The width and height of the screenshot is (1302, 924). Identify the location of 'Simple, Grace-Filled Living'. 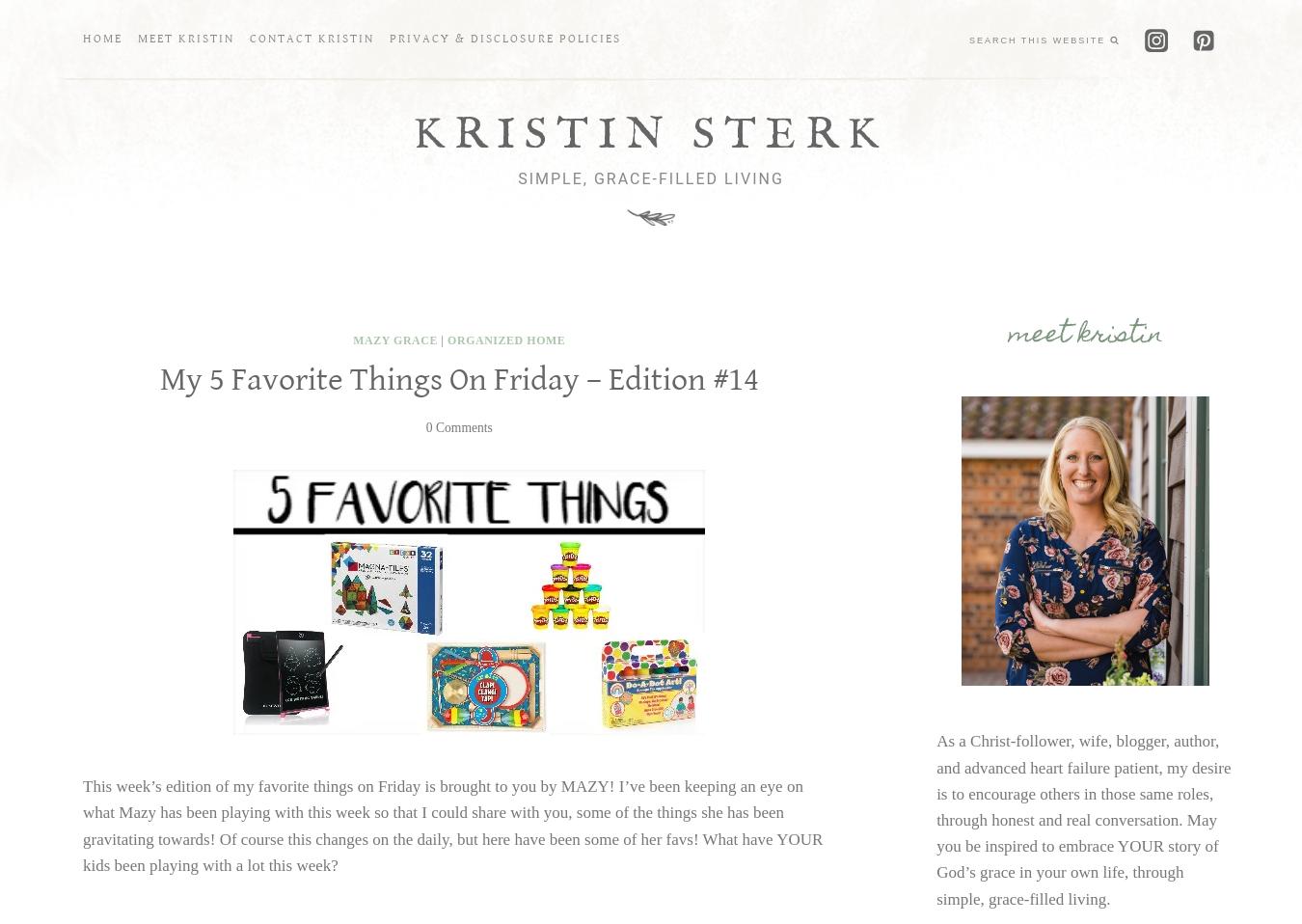
(650, 177).